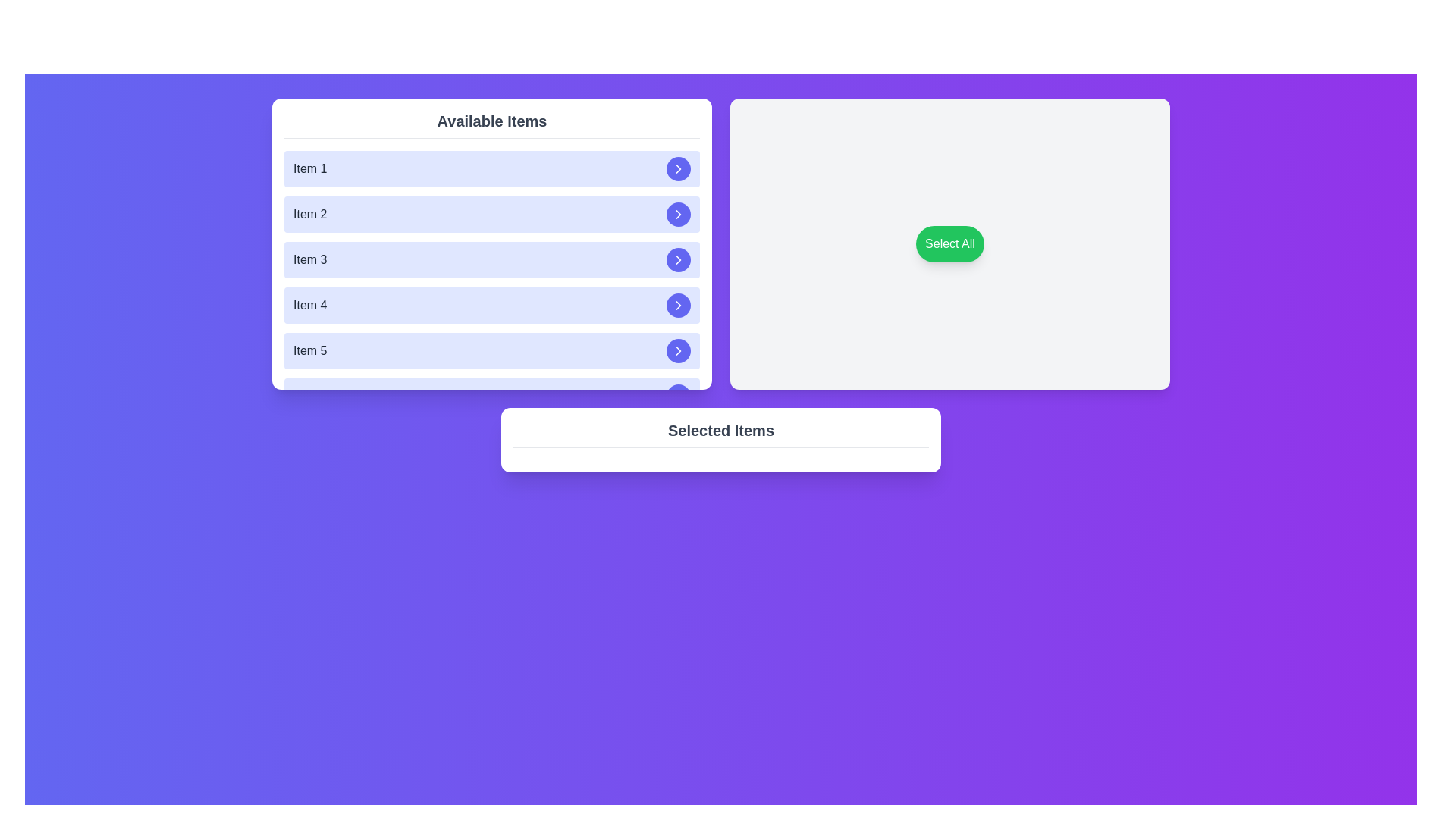 This screenshot has height=819, width=1456. Describe the element at coordinates (677, 259) in the screenshot. I see `the circular button with an indigo background and a white chevron pointing right, located` at that location.